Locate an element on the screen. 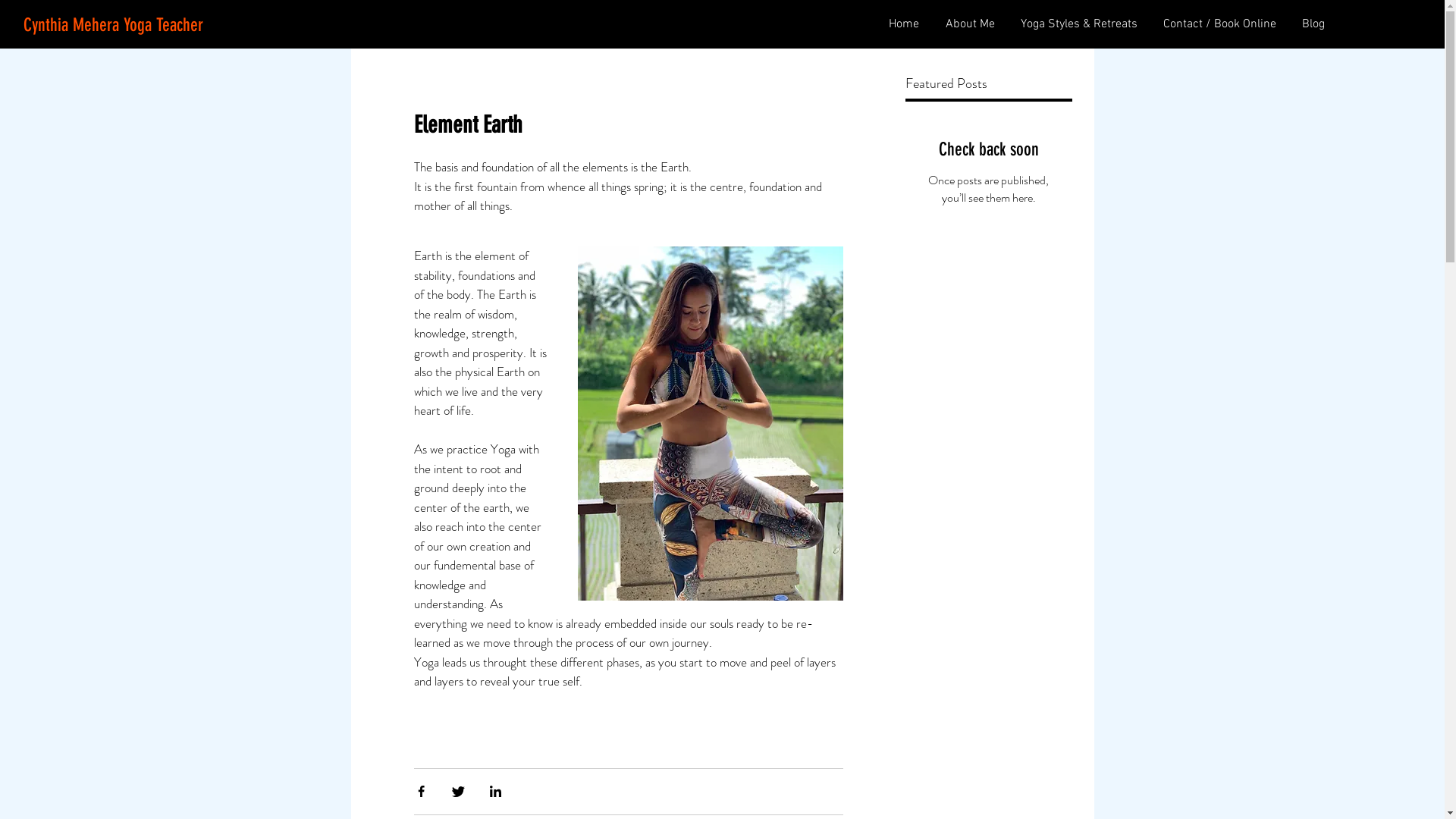 This screenshot has width=1456, height=819. 'About Me' is located at coordinates (967, 24).